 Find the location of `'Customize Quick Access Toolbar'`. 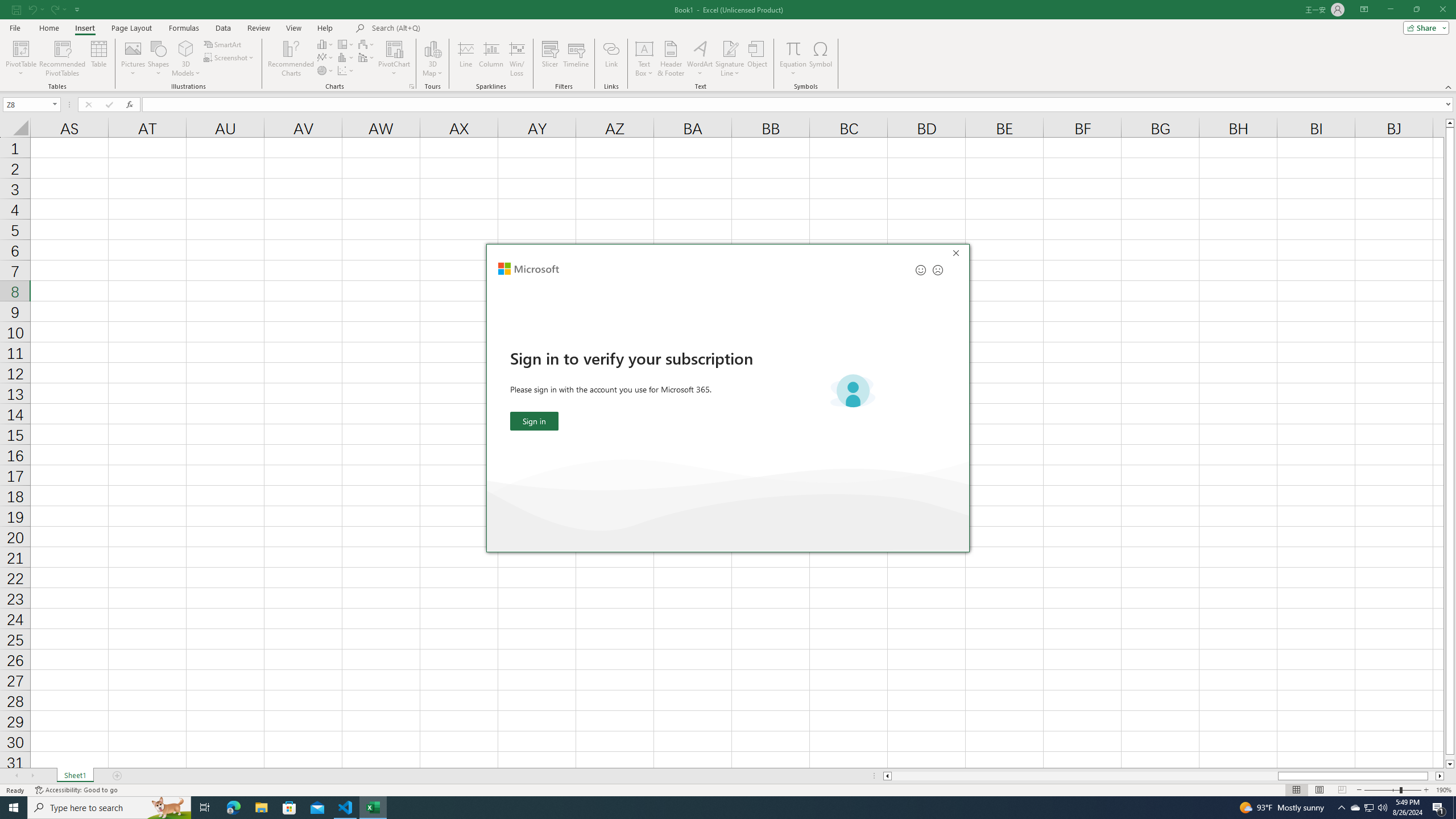

'Customize Quick Access Toolbar' is located at coordinates (77, 9).